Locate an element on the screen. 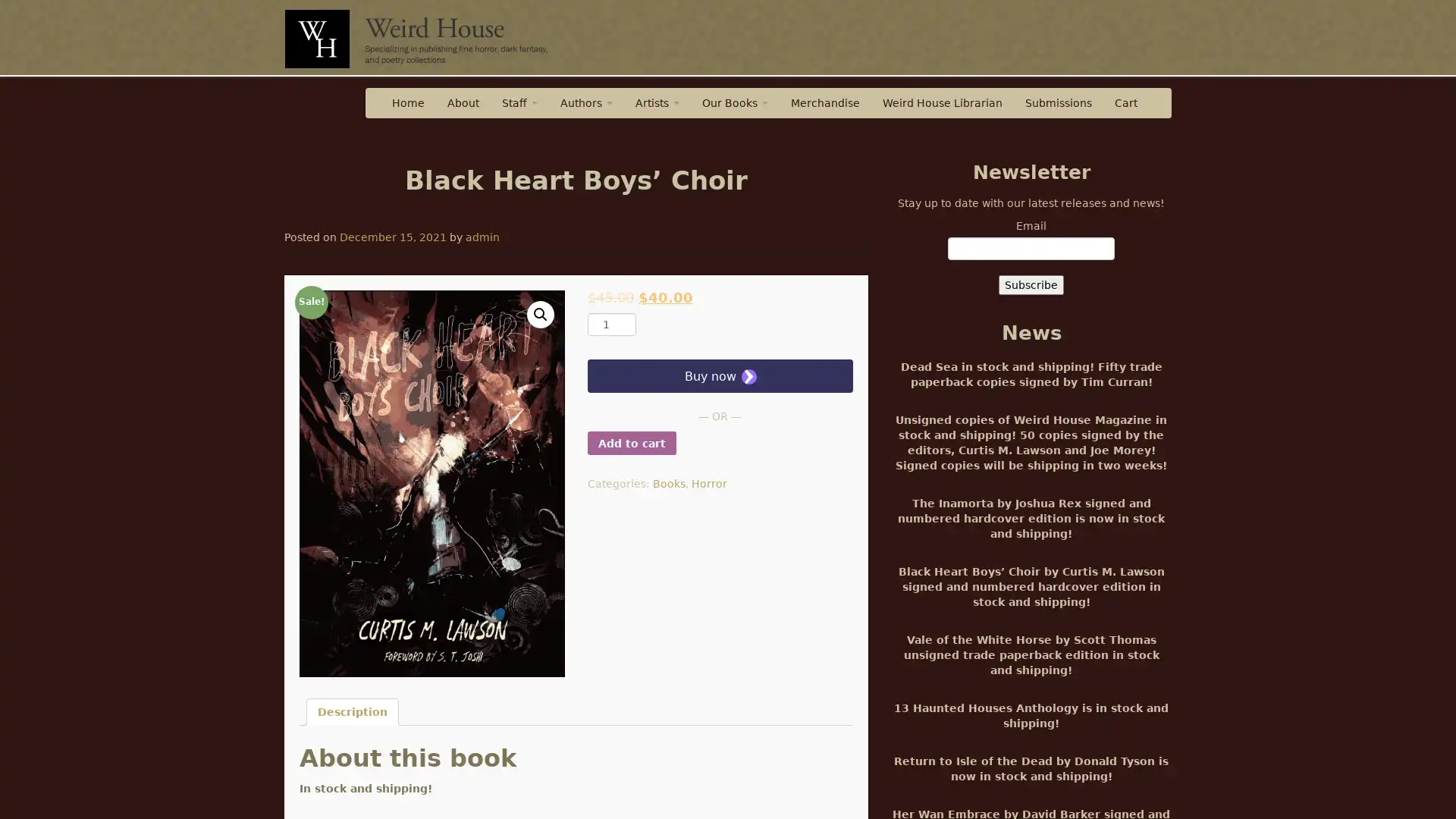 The width and height of the screenshot is (1456, 819). Subscribe is located at coordinates (1031, 284).